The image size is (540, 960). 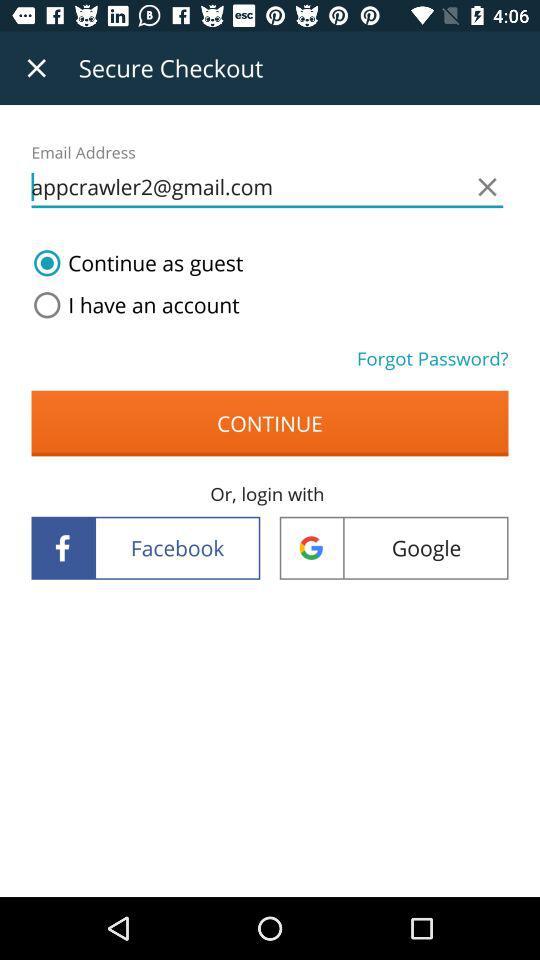 What do you see at coordinates (36, 68) in the screenshot?
I see `the app next to secure checkout` at bounding box center [36, 68].